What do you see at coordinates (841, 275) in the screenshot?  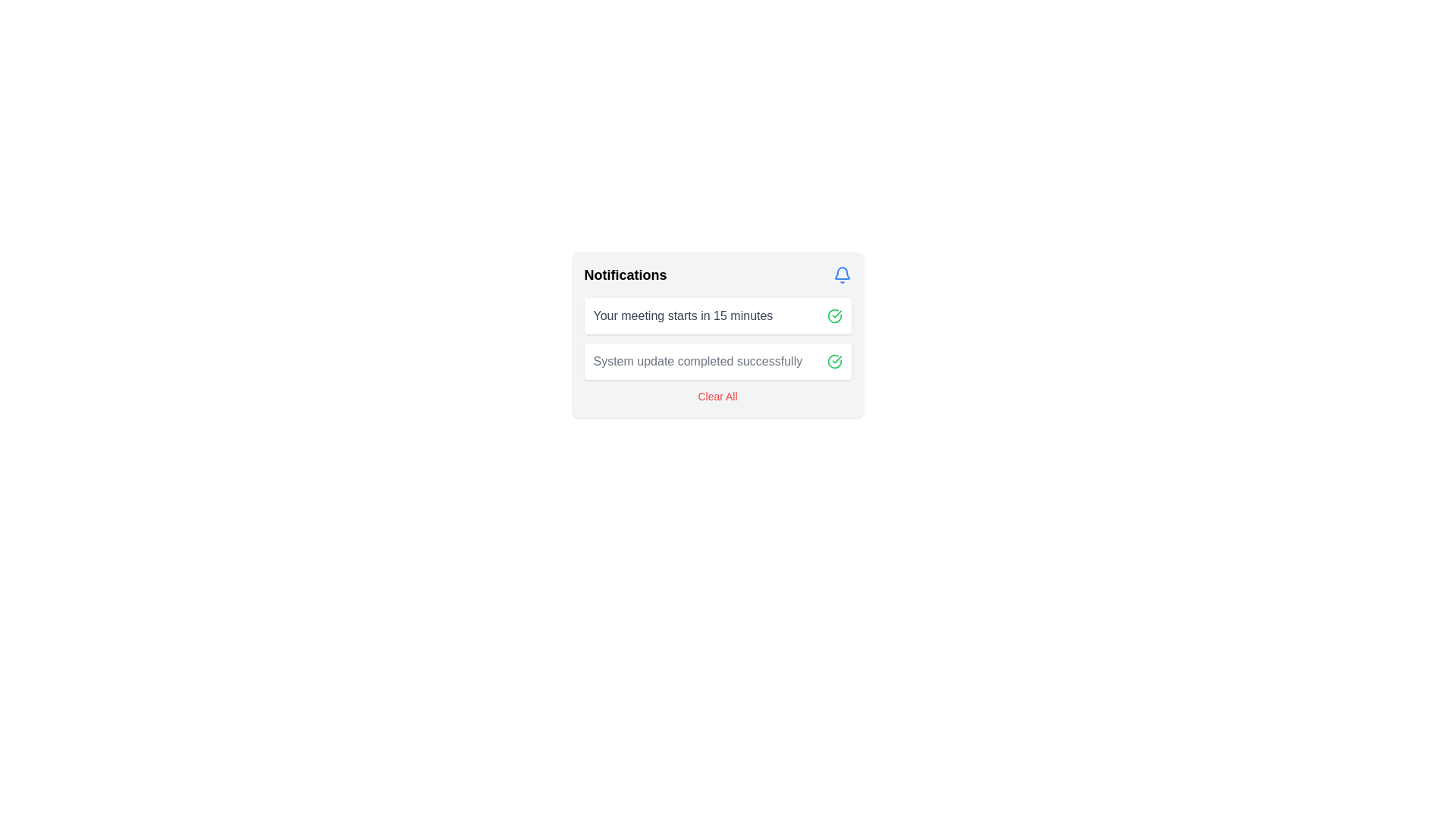 I see `the blue bell icon located in the header of the 'Notifications' section, positioned to the right of the 'Notifications' title` at bounding box center [841, 275].